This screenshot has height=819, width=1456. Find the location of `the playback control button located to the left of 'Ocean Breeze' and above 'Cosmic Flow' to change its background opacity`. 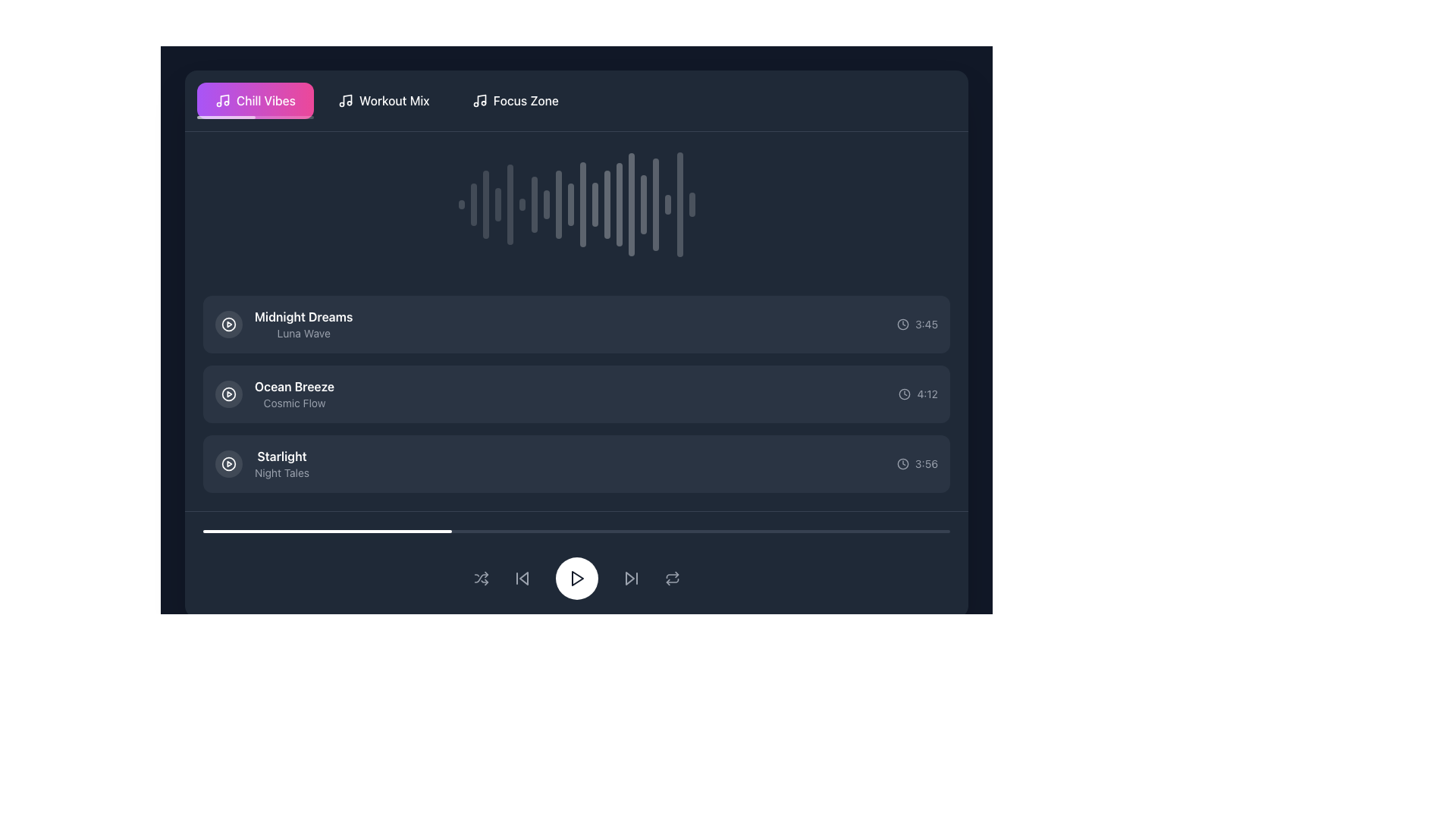

the playback control button located to the left of 'Ocean Breeze' and above 'Cosmic Flow' to change its background opacity is located at coordinates (228, 394).